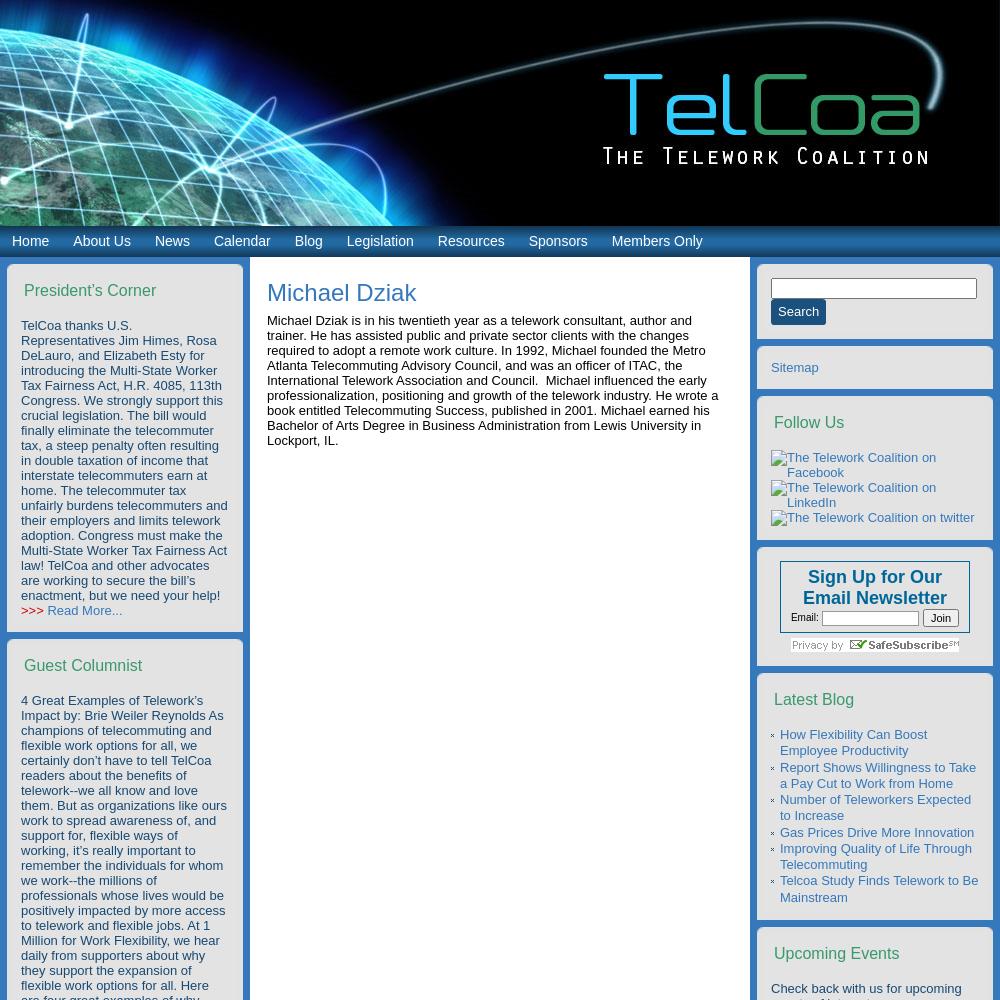 The height and width of the screenshot is (1000, 1000). I want to click on 'Follow Us', so click(809, 422).